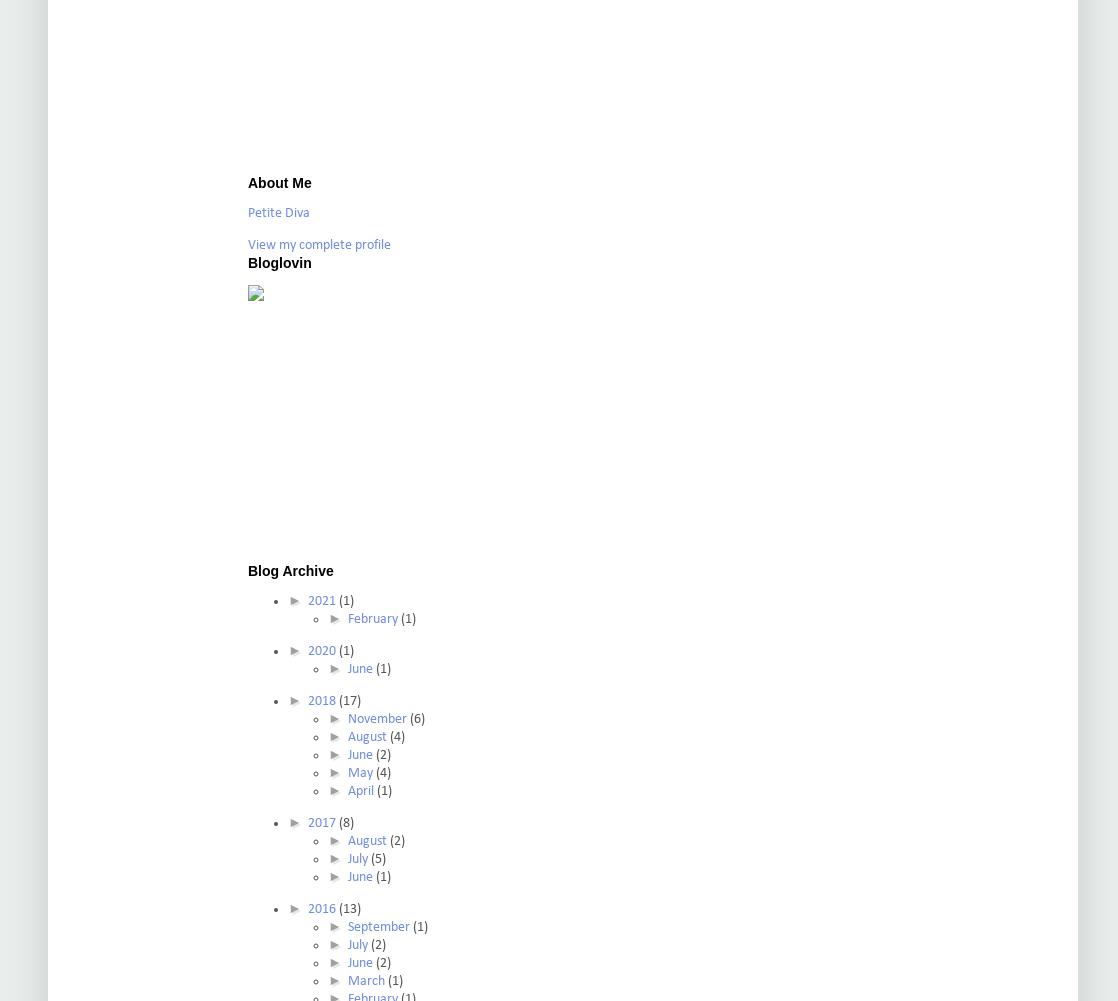  What do you see at coordinates (321, 909) in the screenshot?
I see `'2016'` at bounding box center [321, 909].